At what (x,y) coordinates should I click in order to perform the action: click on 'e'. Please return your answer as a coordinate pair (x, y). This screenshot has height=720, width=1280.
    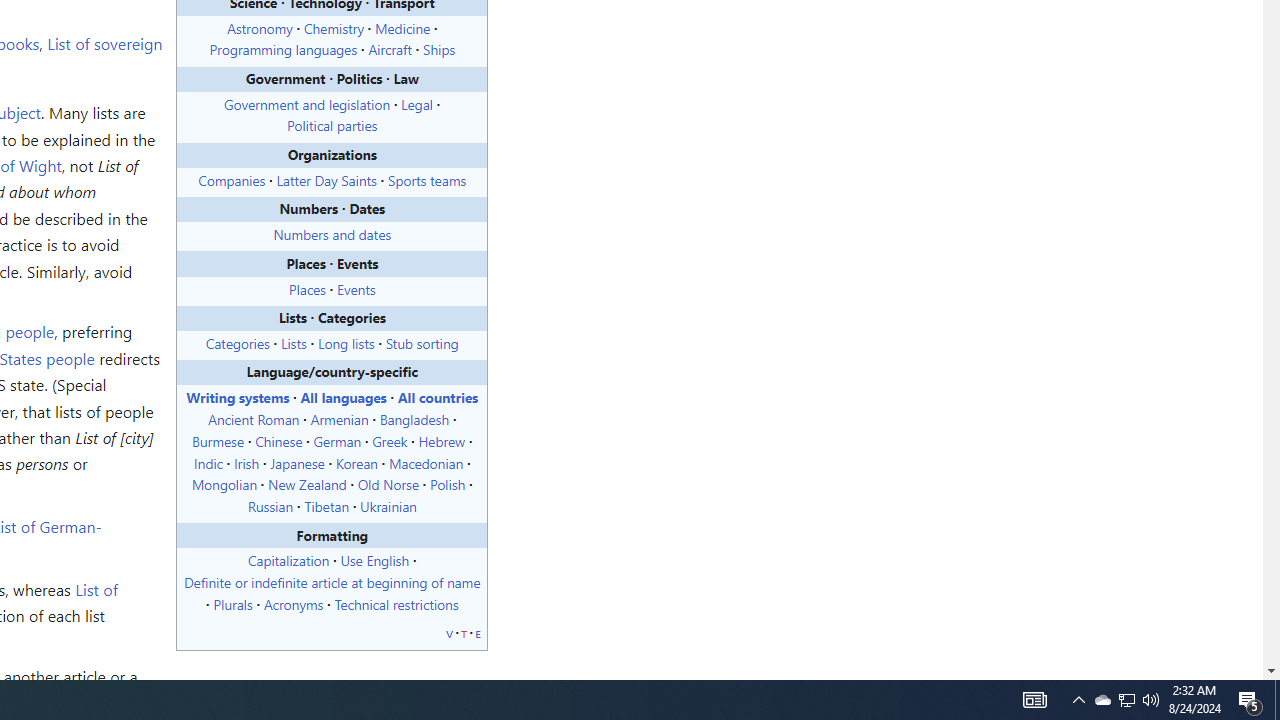
    Looking at the image, I should click on (476, 632).